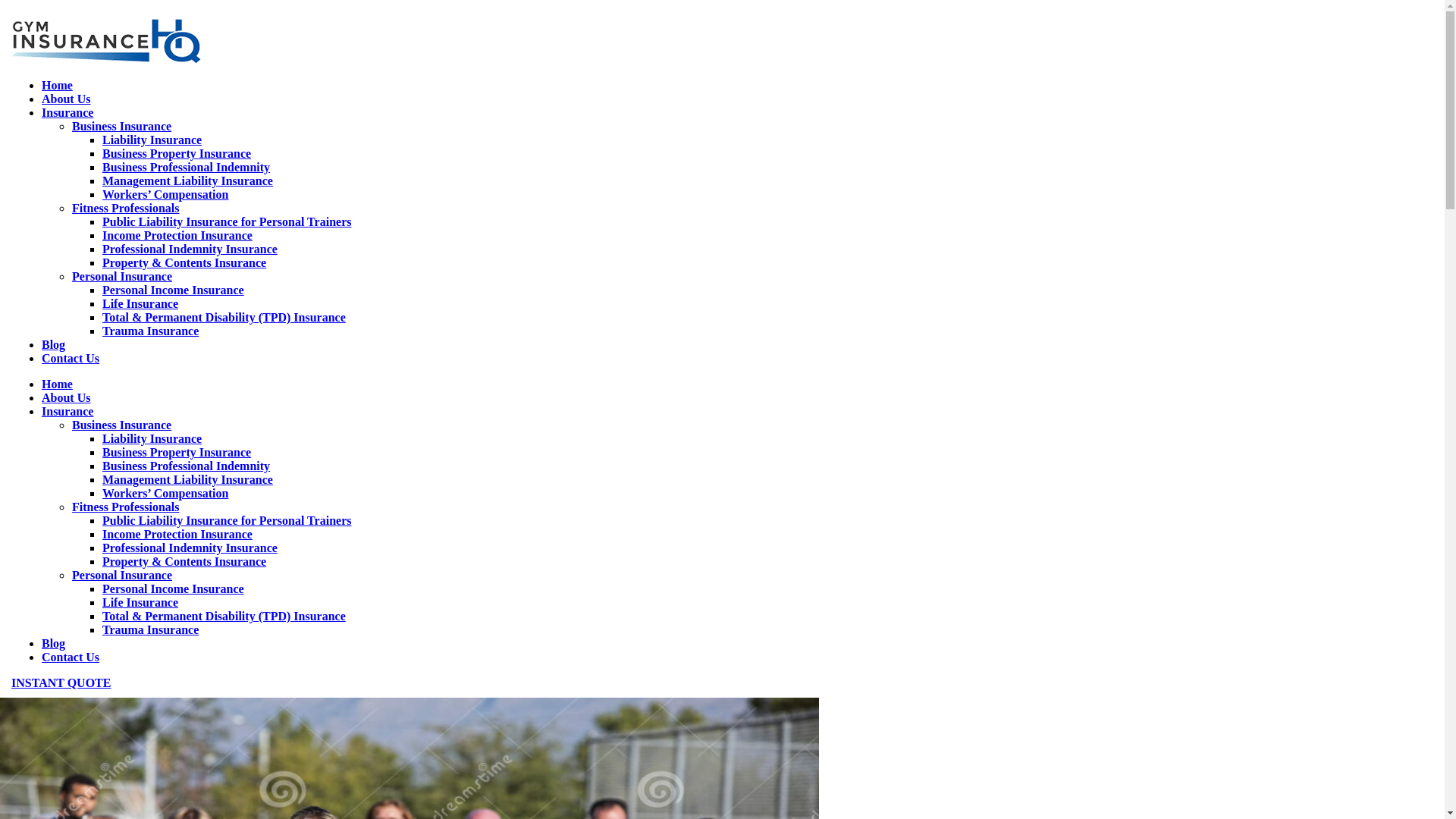 The height and width of the screenshot is (819, 1456). Describe the element at coordinates (53, 643) in the screenshot. I see `'Blog'` at that location.